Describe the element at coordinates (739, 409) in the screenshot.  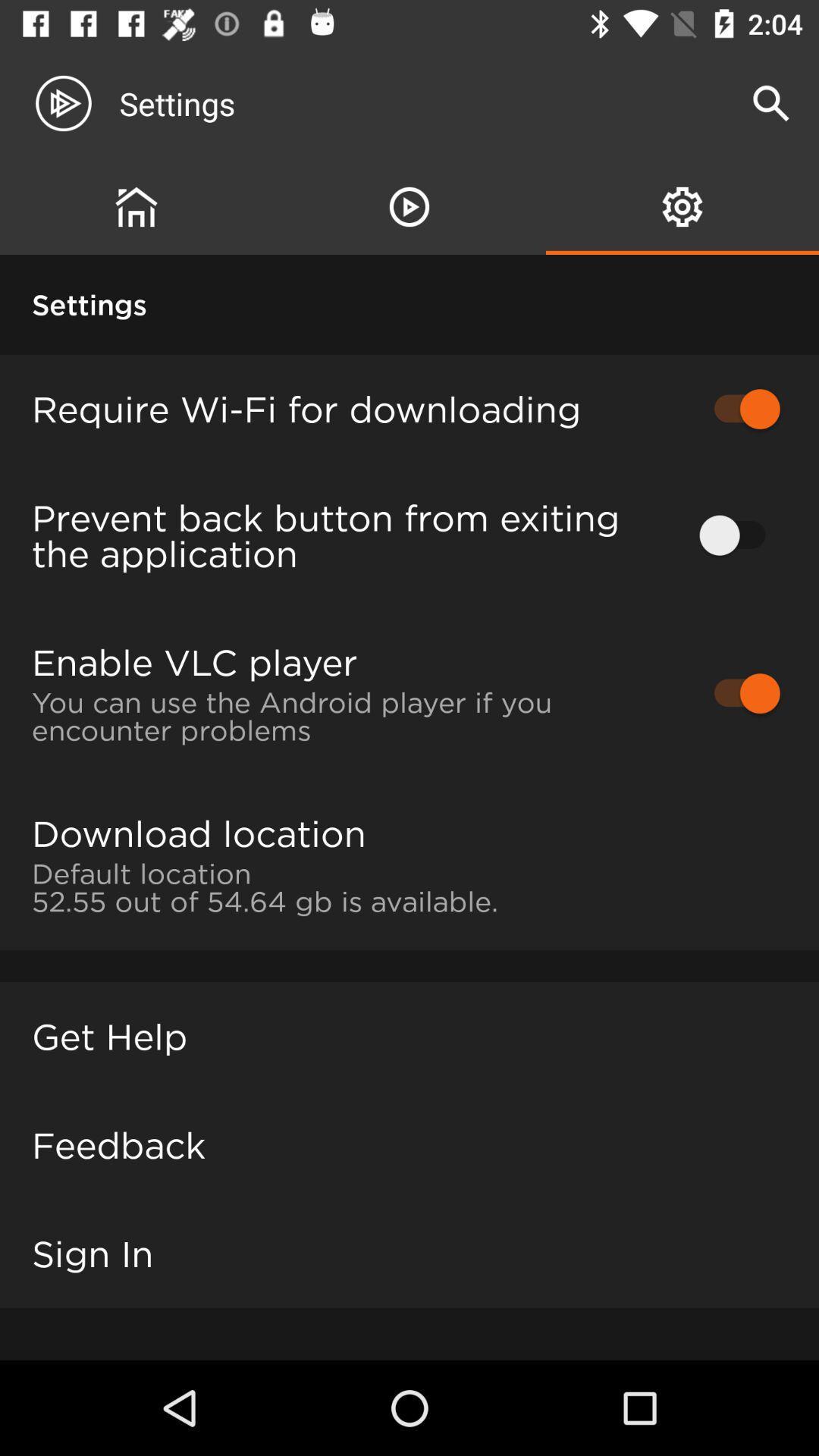
I see `the item next to the require wi fi` at that location.